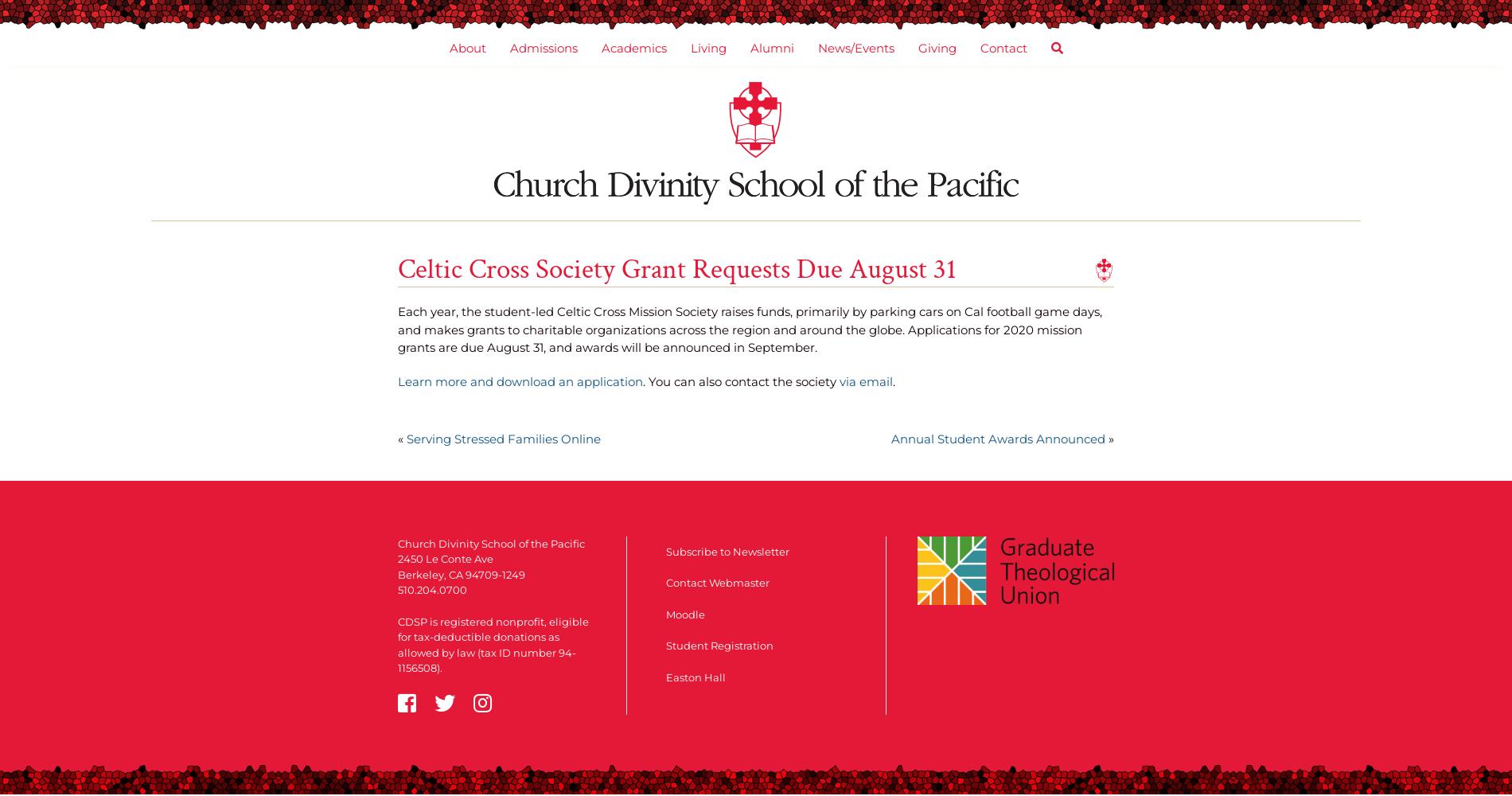  I want to click on 'Community Organizing', so click(692, 224).